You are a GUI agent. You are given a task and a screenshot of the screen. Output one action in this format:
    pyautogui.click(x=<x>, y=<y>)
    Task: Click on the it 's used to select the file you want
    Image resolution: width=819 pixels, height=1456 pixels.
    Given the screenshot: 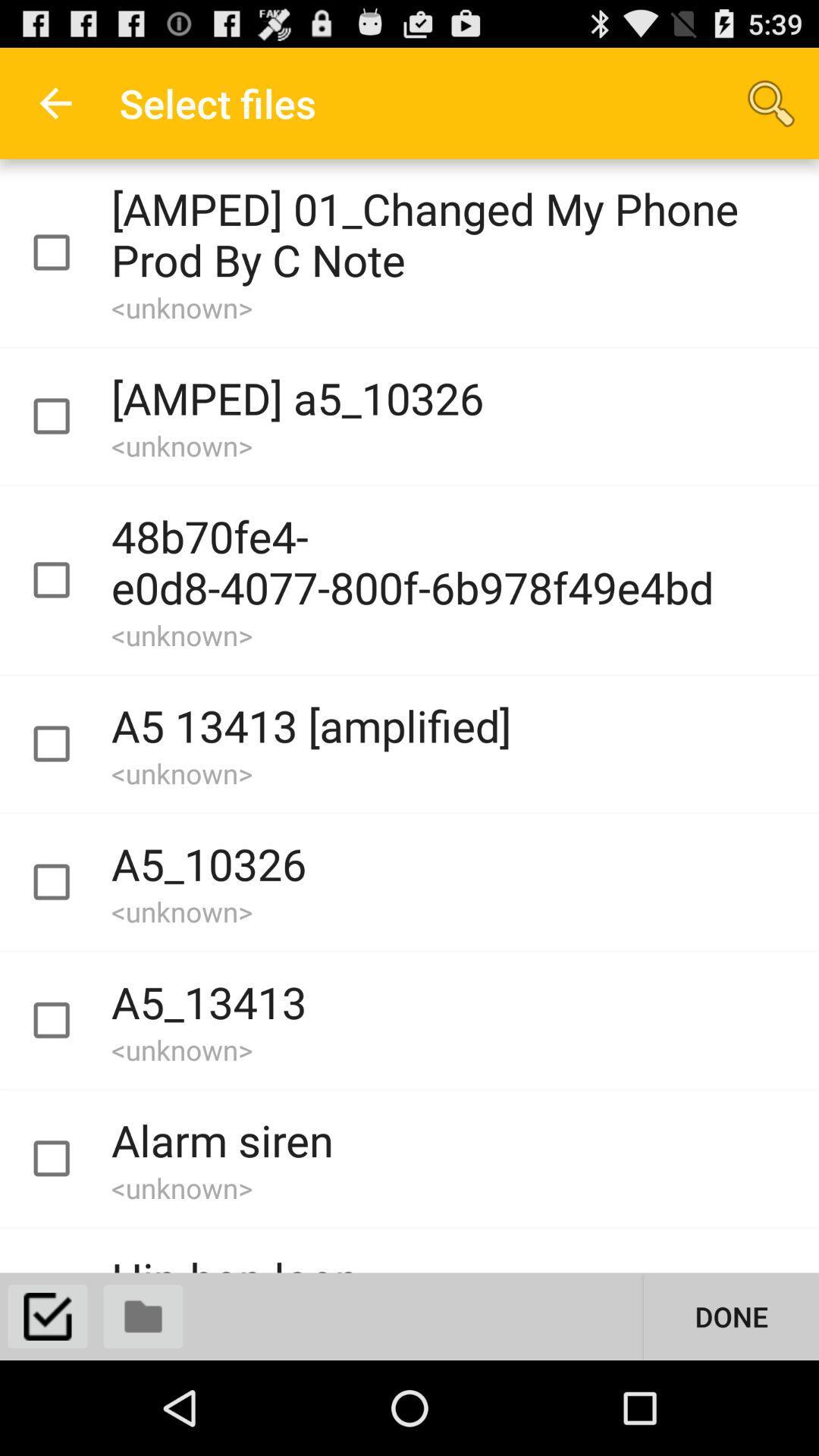 What is the action you would take?
    pyautogui.click(x=64, y=579)
    